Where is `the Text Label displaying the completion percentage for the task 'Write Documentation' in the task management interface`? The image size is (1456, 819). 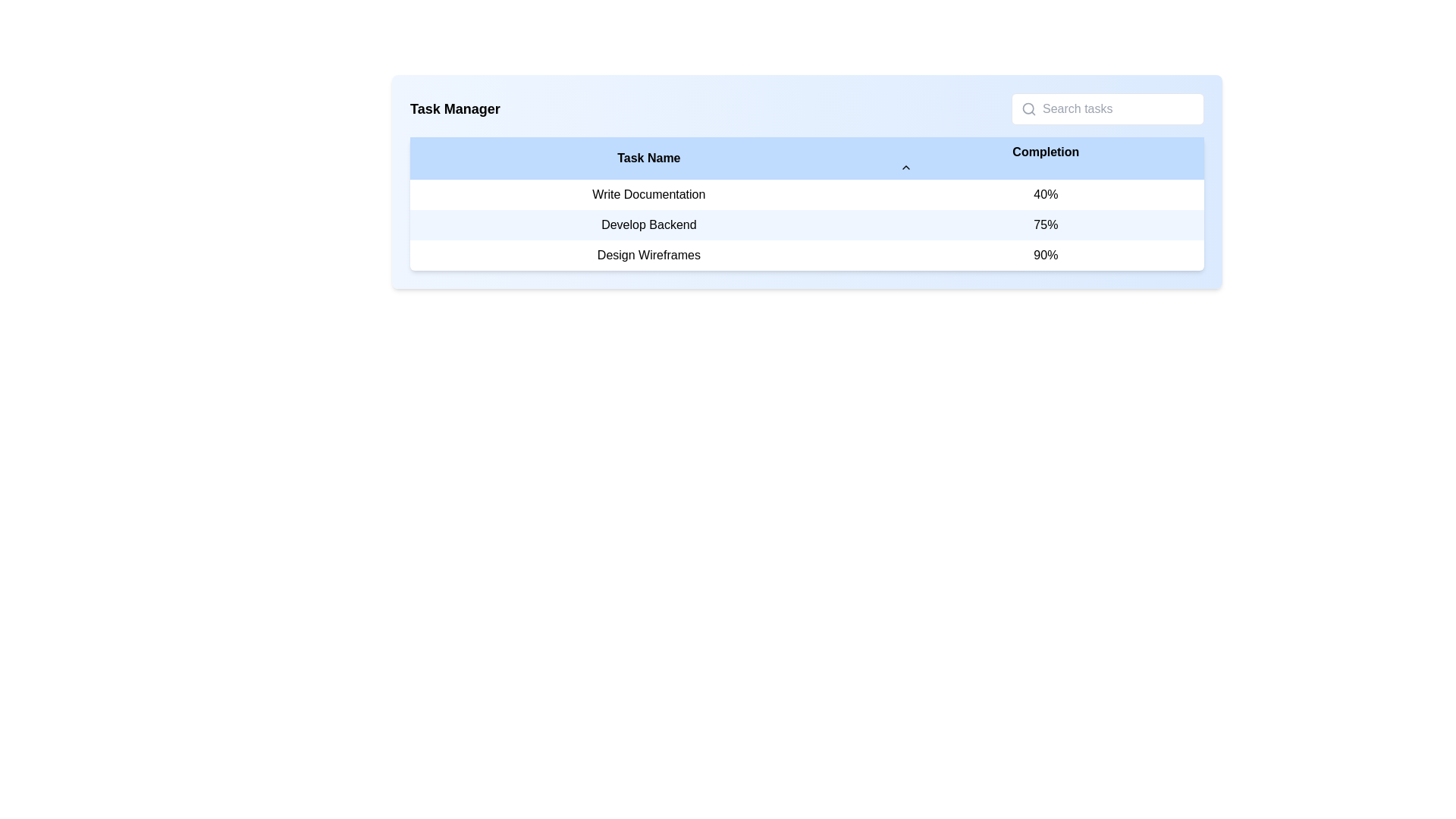
the Text Label displaying the completion percentage for the task 'Write Documentation' in the task management interface is located at coordinates (1045, 194).